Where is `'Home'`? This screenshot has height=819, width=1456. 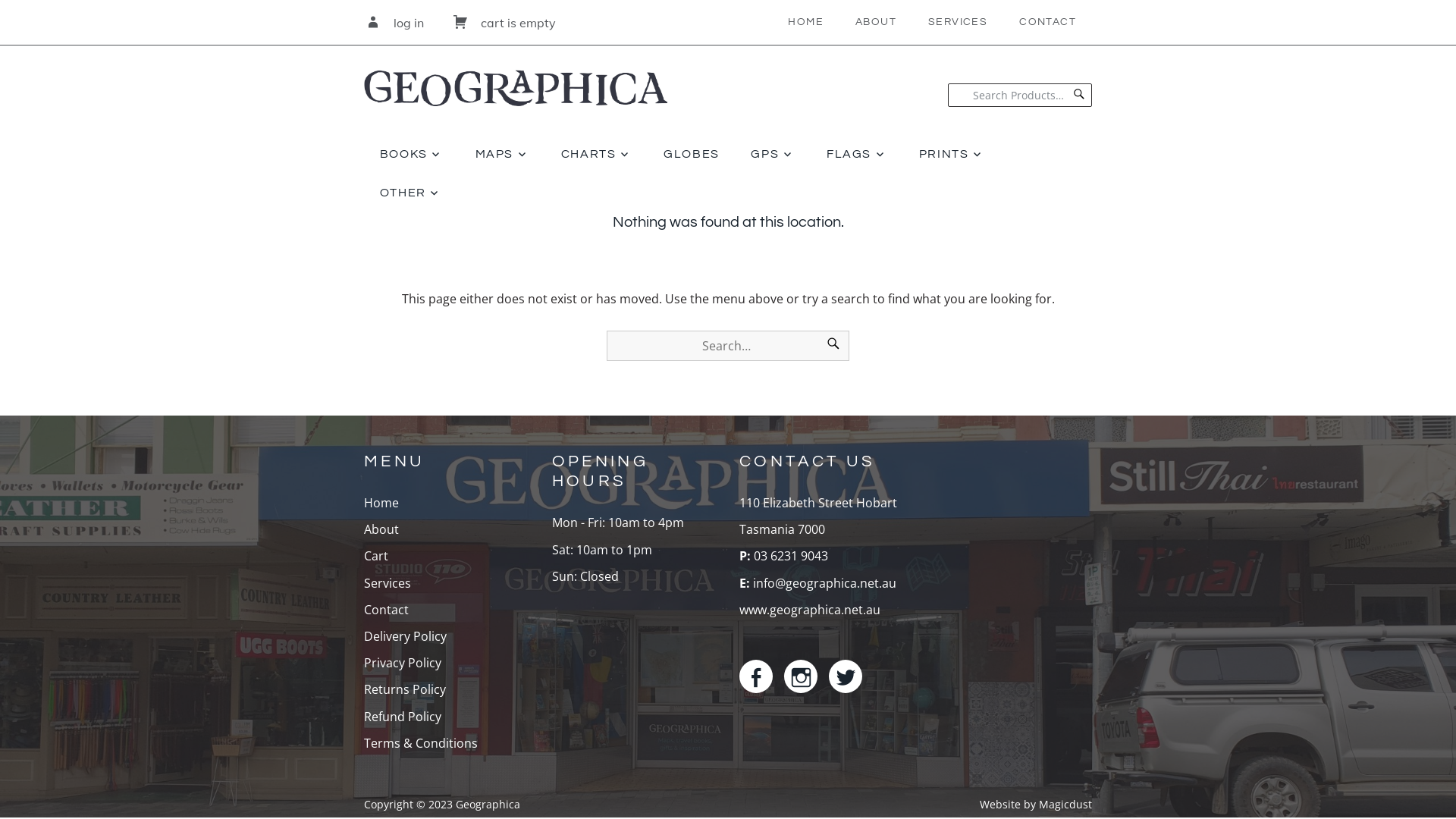
'Home' is located at coordinates (381, 503).